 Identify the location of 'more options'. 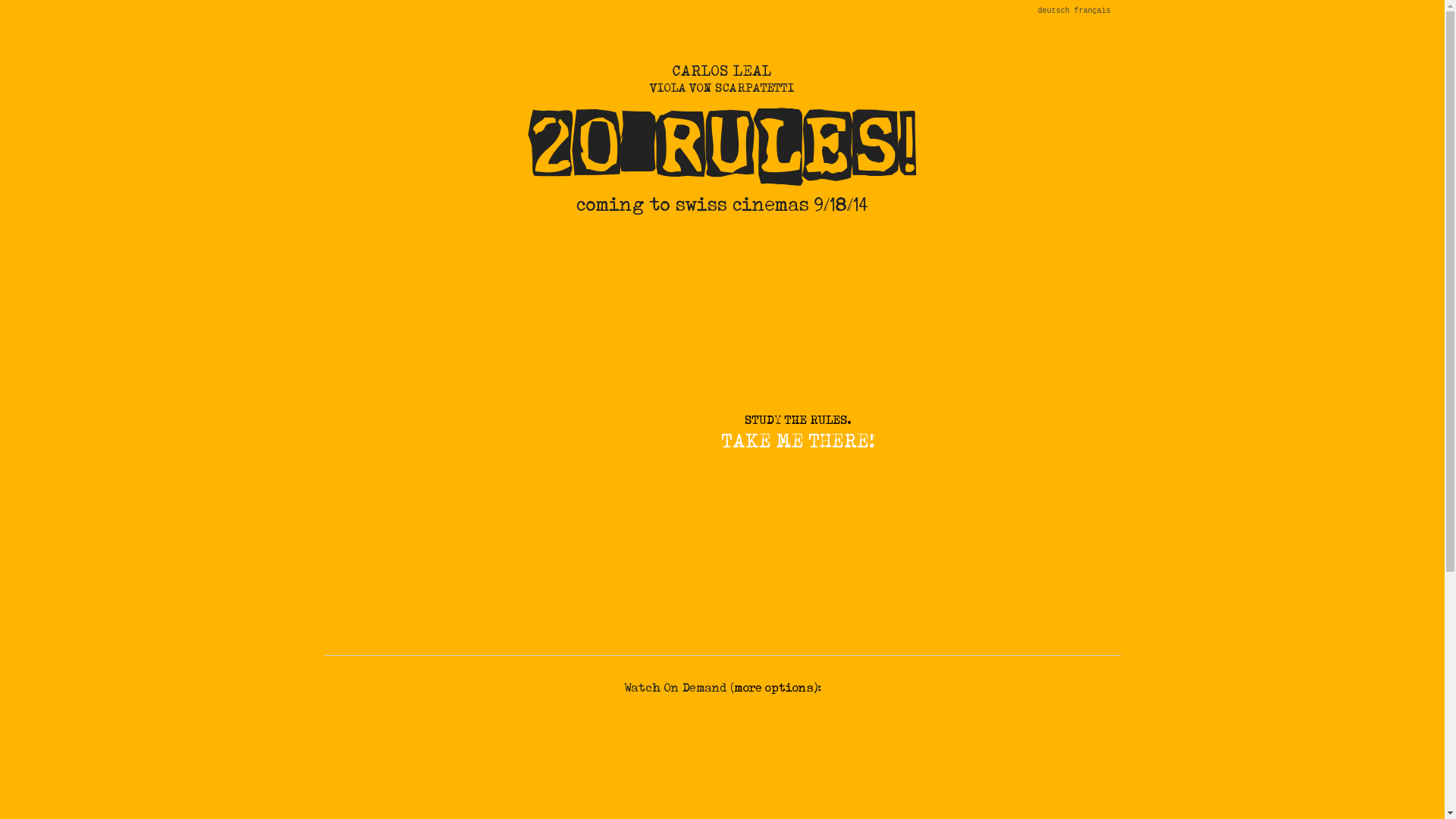
(773, 687).